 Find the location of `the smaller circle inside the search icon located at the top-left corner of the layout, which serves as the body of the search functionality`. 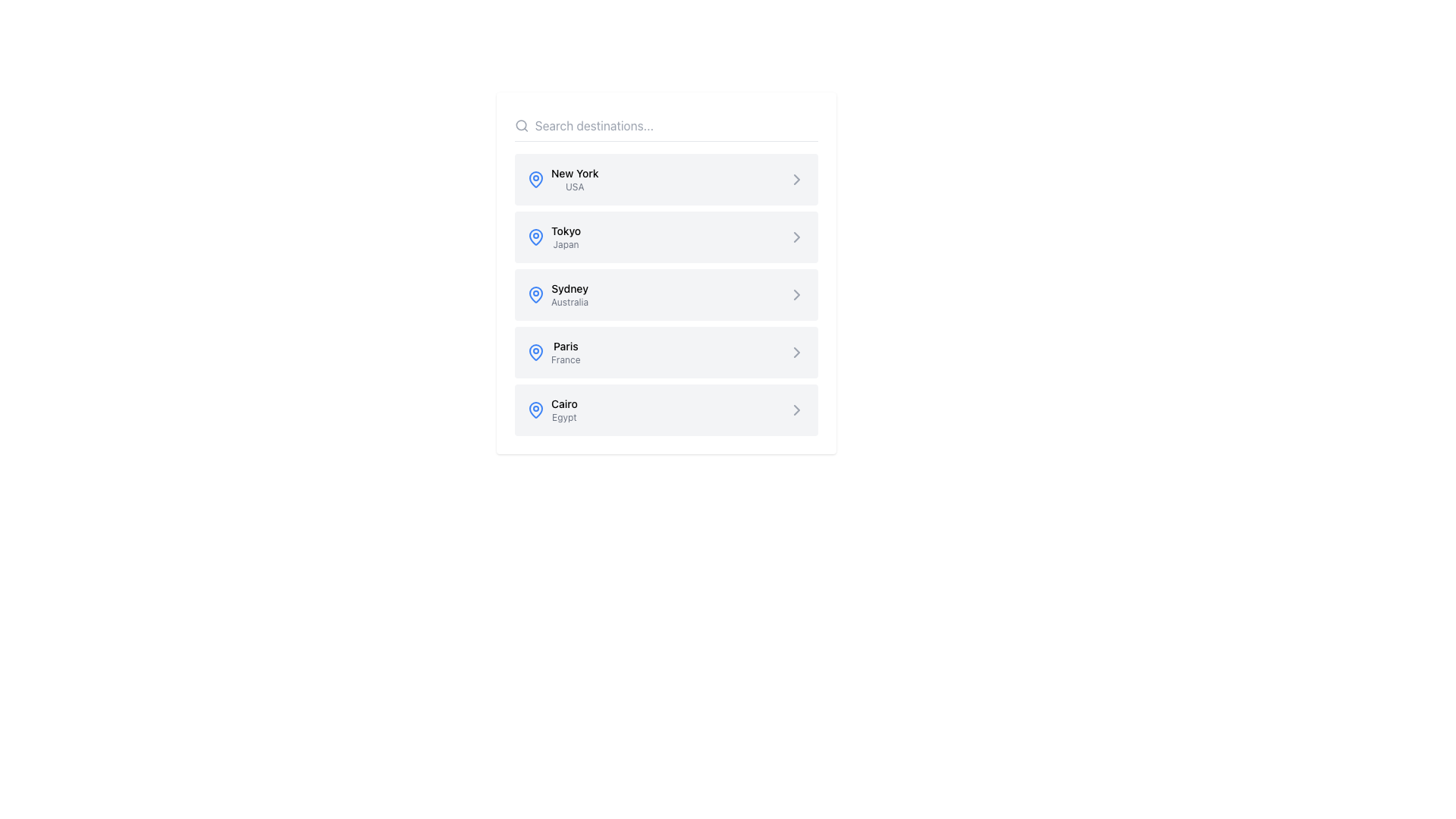

the smaller circle inside the search icon located at the top-left corner of the layout, which serves as the body of the search functionality is located at coordinates (521, 124).